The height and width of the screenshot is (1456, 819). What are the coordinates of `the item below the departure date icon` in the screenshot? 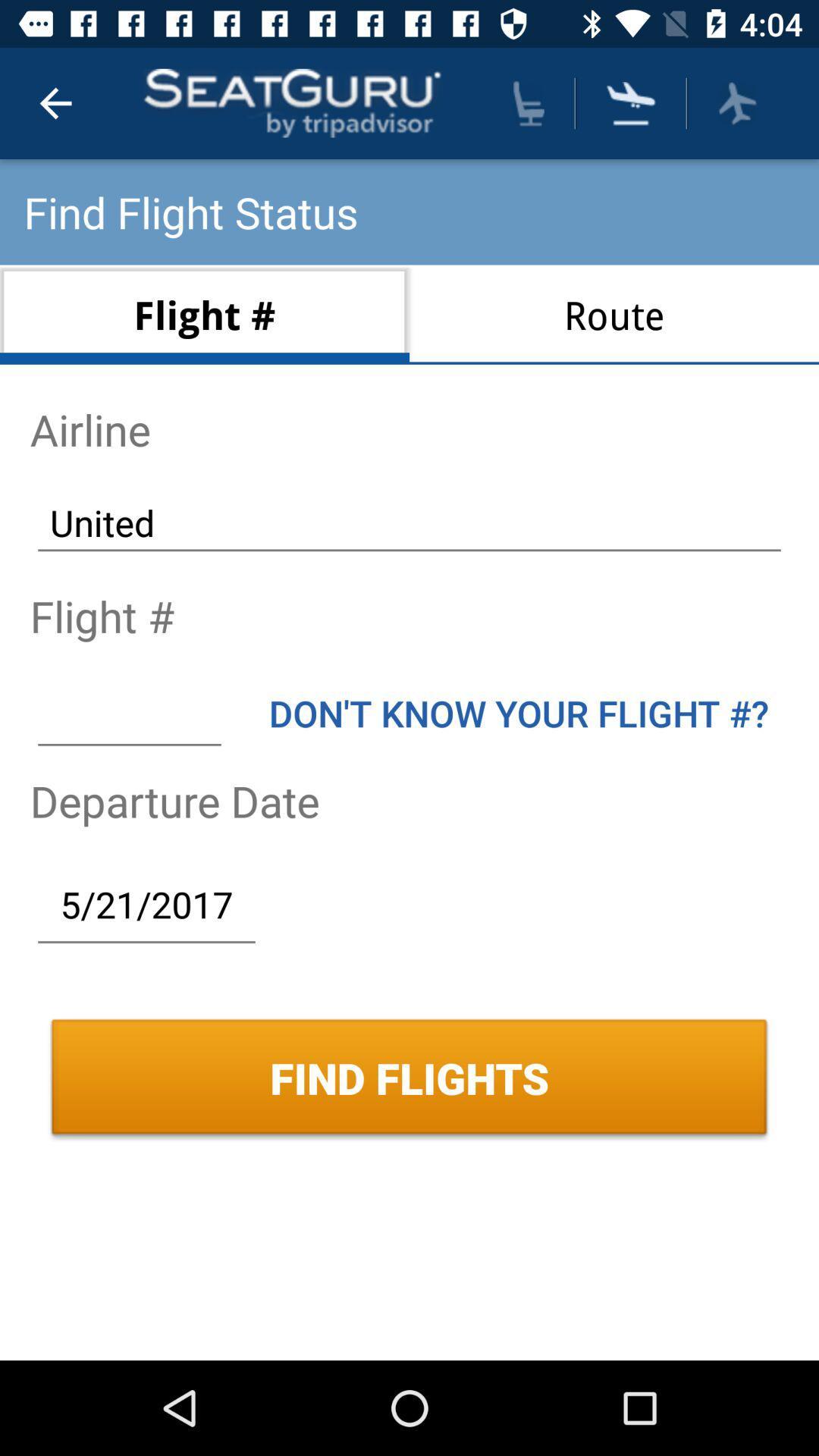 It's located at (146, 904).